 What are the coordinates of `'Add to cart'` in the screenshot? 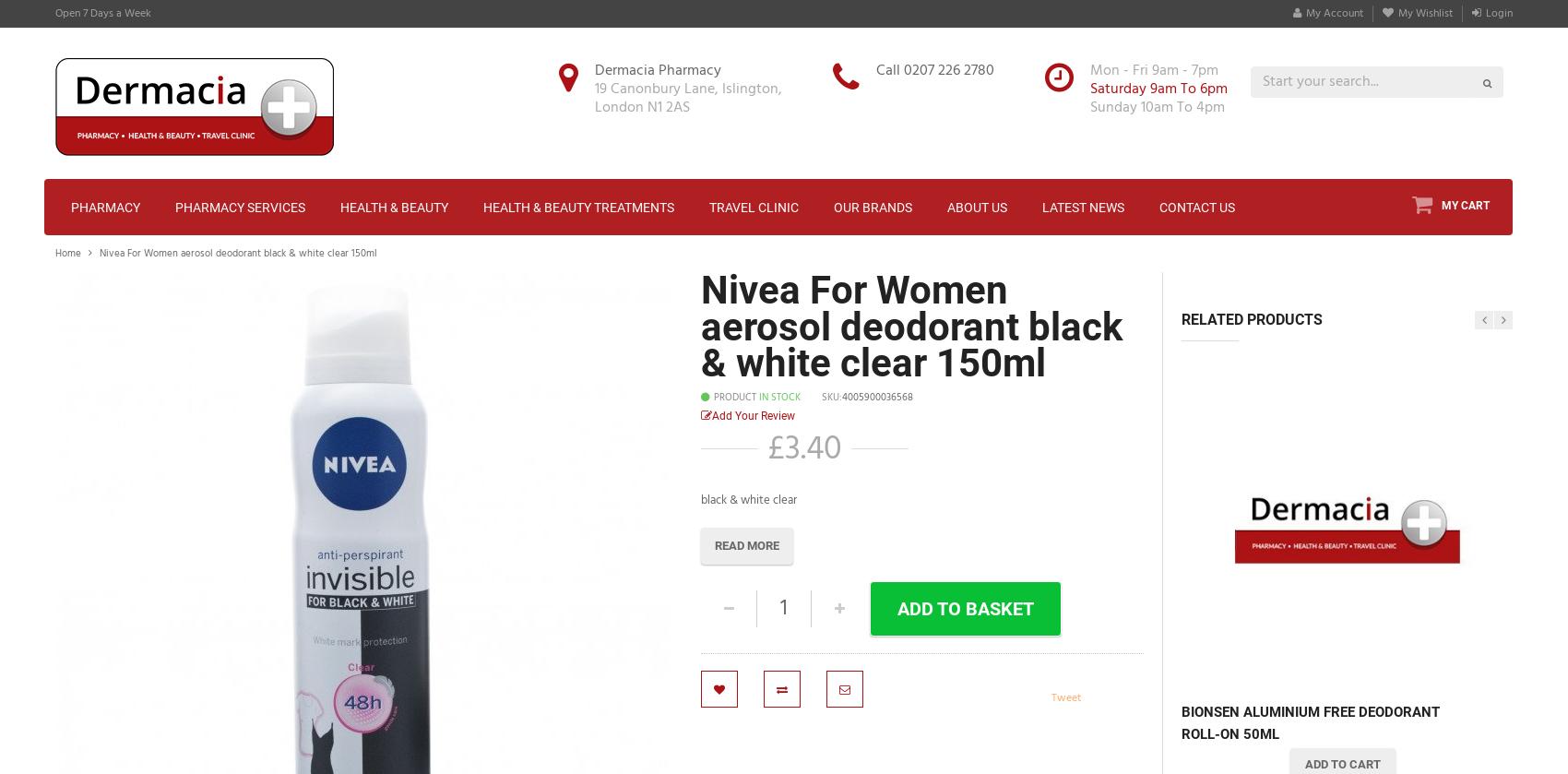 It's located at (1341, 762).